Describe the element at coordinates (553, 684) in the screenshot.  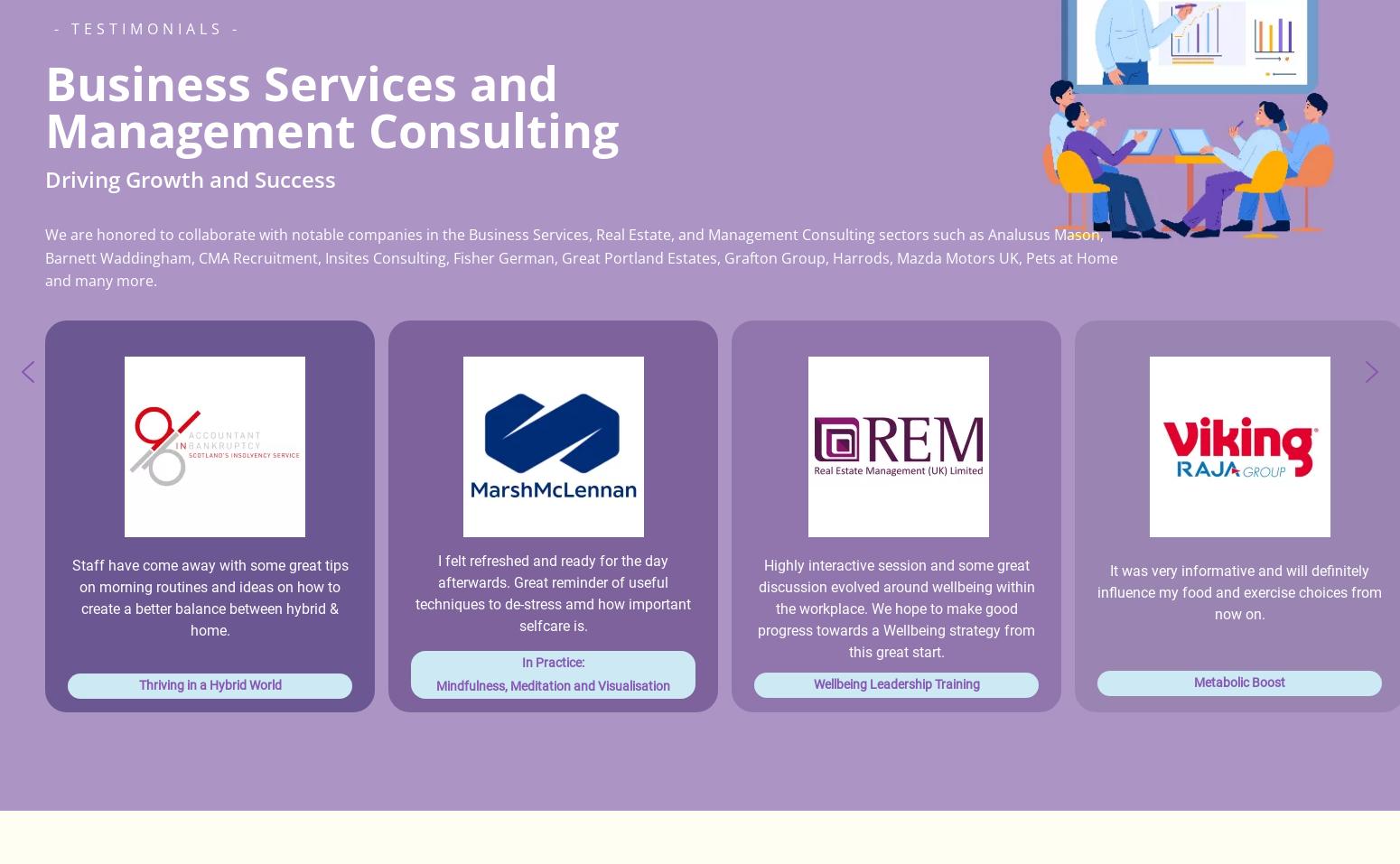
I see `'Mindfulness, Meditation and Visualisation'` at that location.